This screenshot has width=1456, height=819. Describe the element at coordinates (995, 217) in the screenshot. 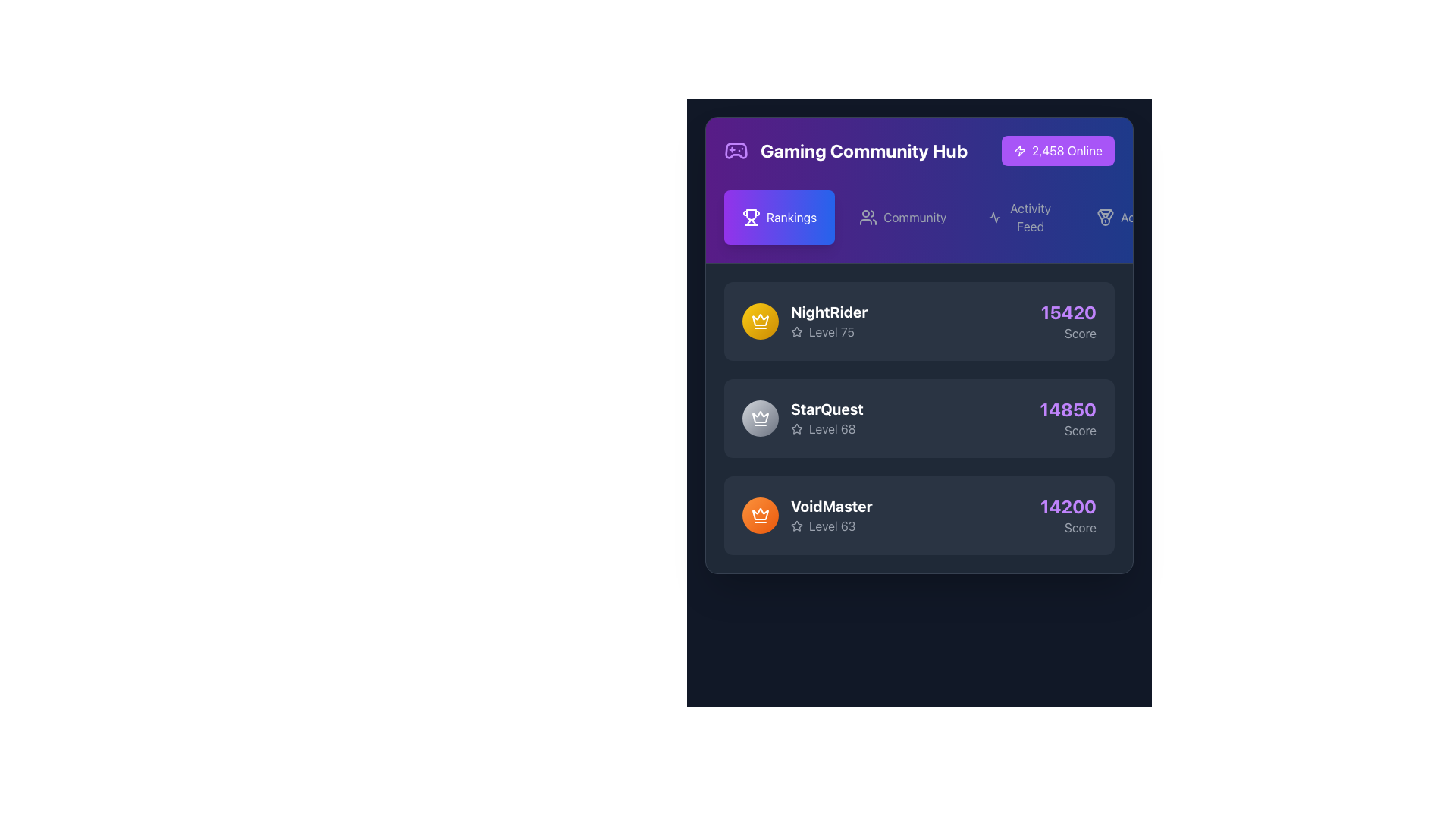

I see `the 'Activity Feed' icon located in the top navigation bar, which is visually represented as an SVG icon to the left of the 'Activity Feed' text` at that location.